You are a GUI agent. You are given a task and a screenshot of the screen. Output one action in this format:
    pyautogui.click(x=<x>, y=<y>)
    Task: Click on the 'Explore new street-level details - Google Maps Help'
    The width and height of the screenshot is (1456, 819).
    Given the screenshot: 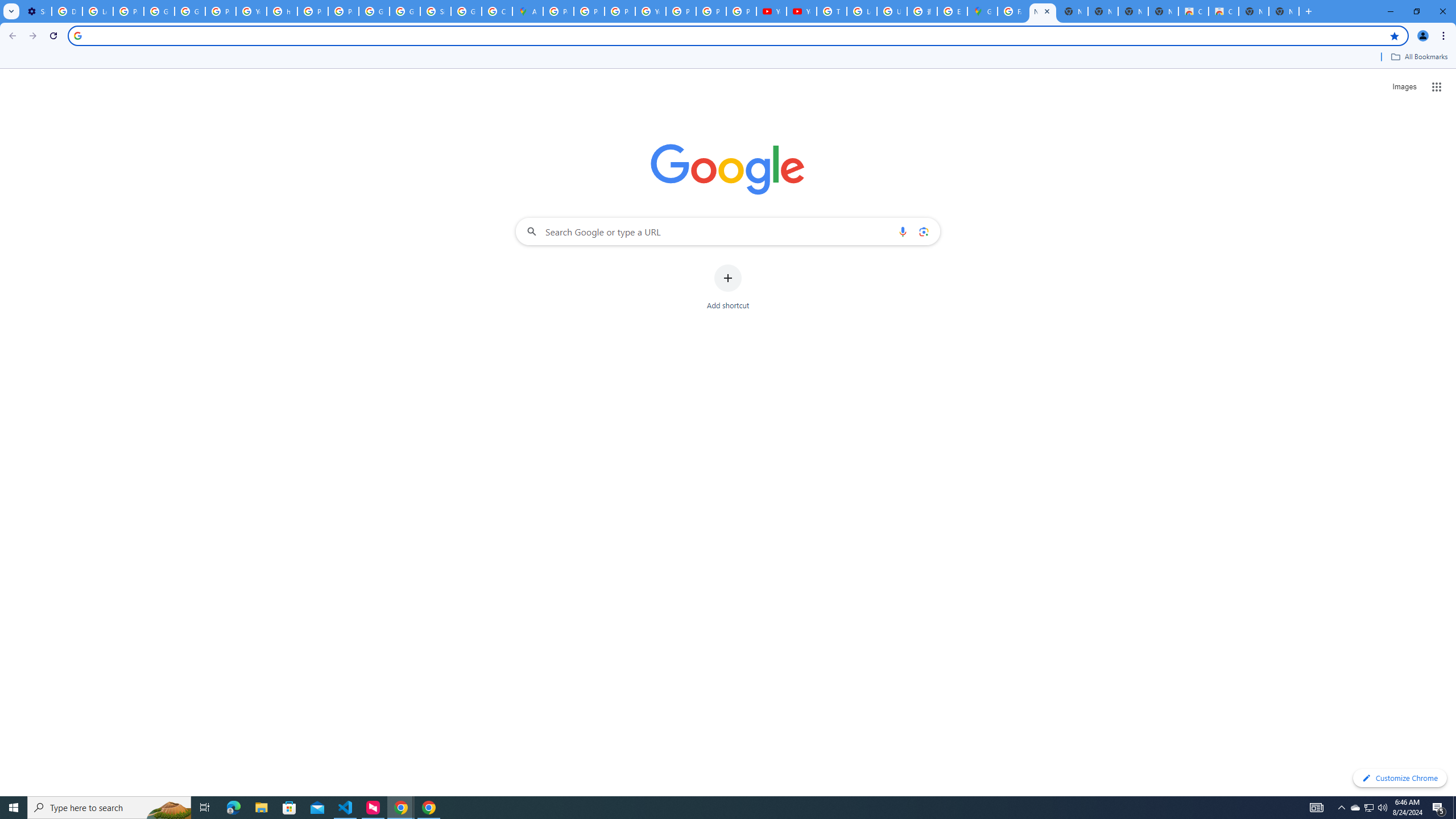 What is the action you would take?
    pyautogui.click(x=952, y=11)
    